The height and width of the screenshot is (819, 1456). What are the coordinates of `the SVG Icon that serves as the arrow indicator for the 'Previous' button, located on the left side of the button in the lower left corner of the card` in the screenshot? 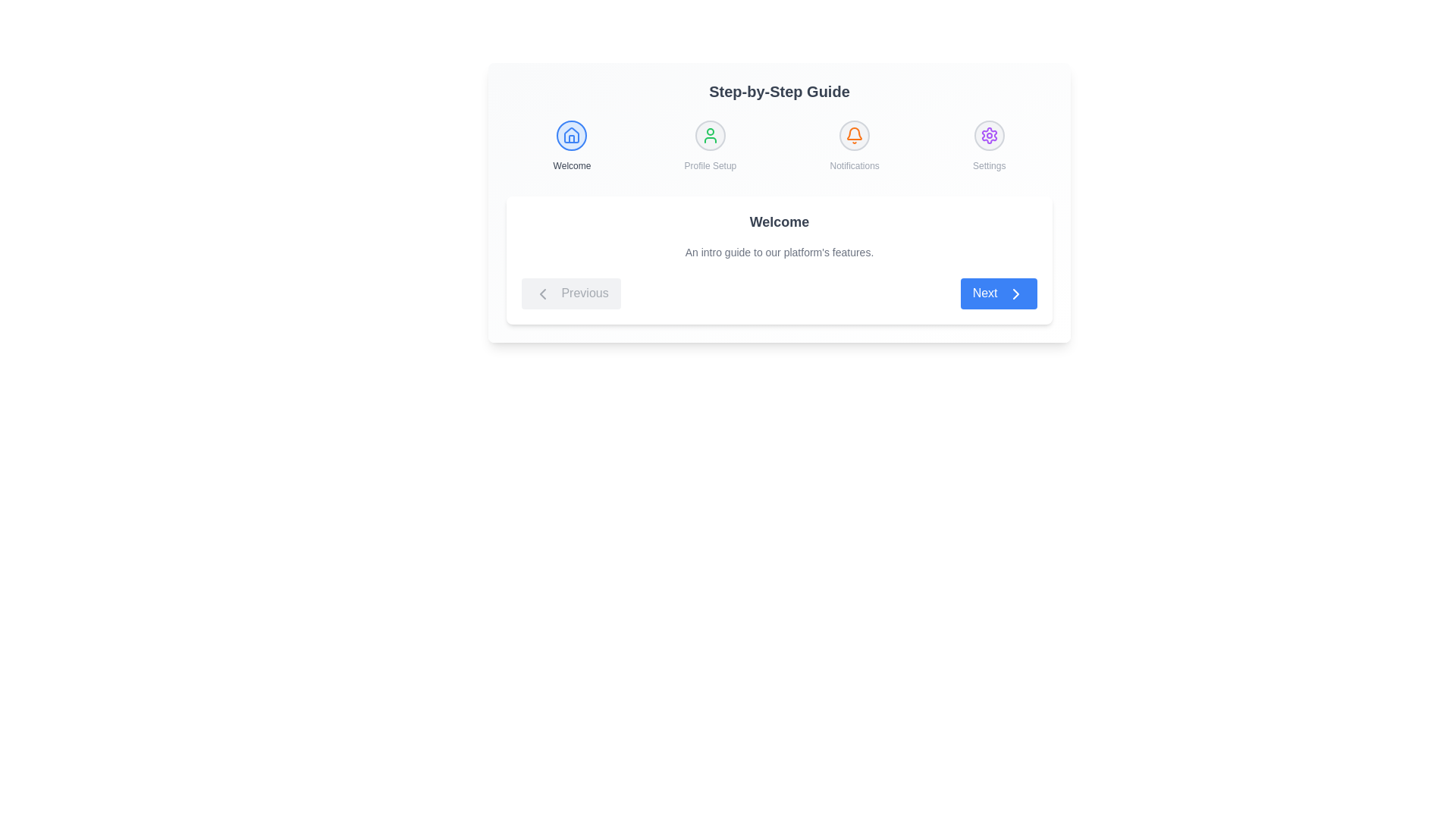 It's located at (542, 293).